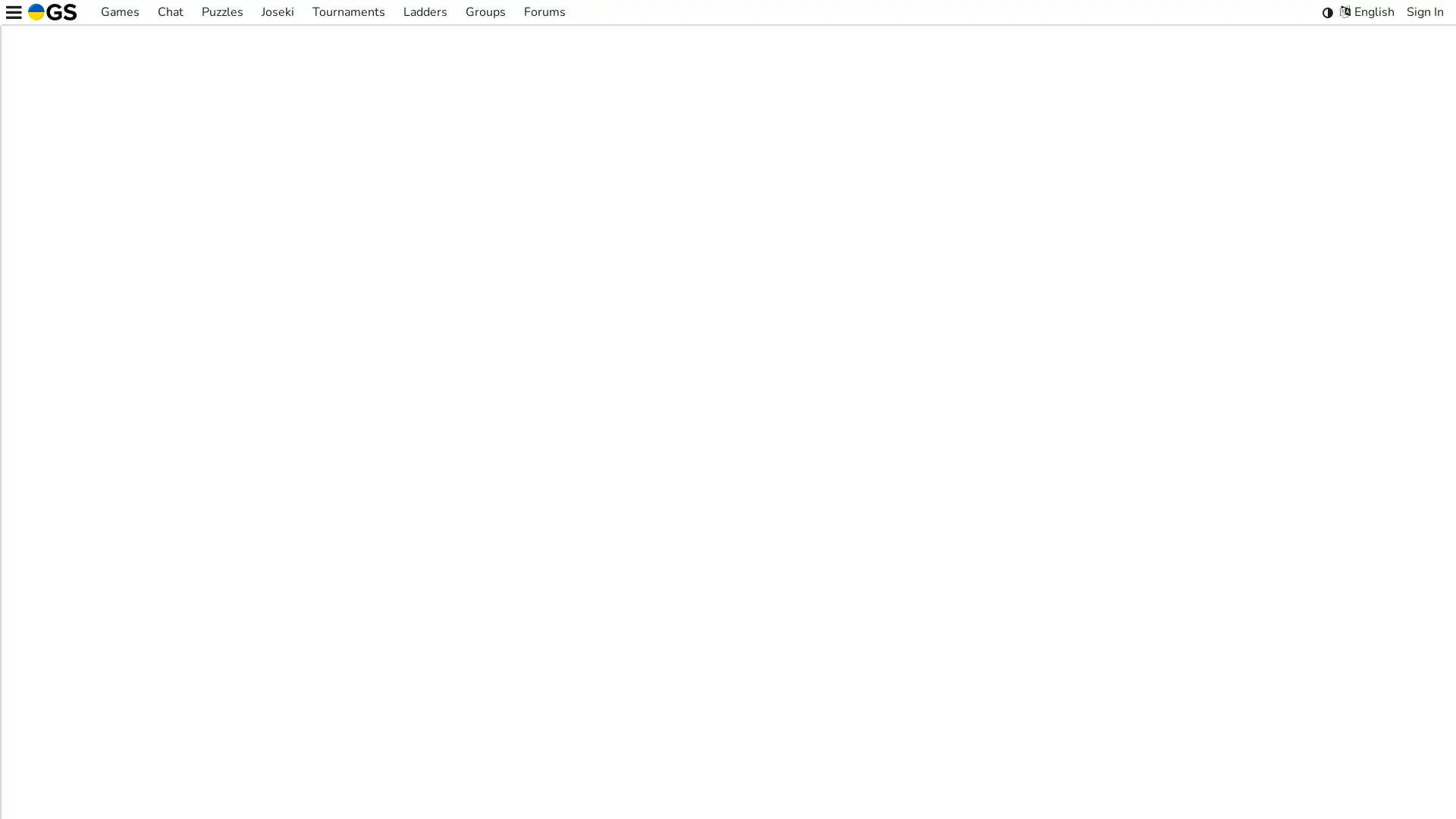 The width and height of the screenshot is (1456, 819). I want to click on 13x13, so click(679, 598).